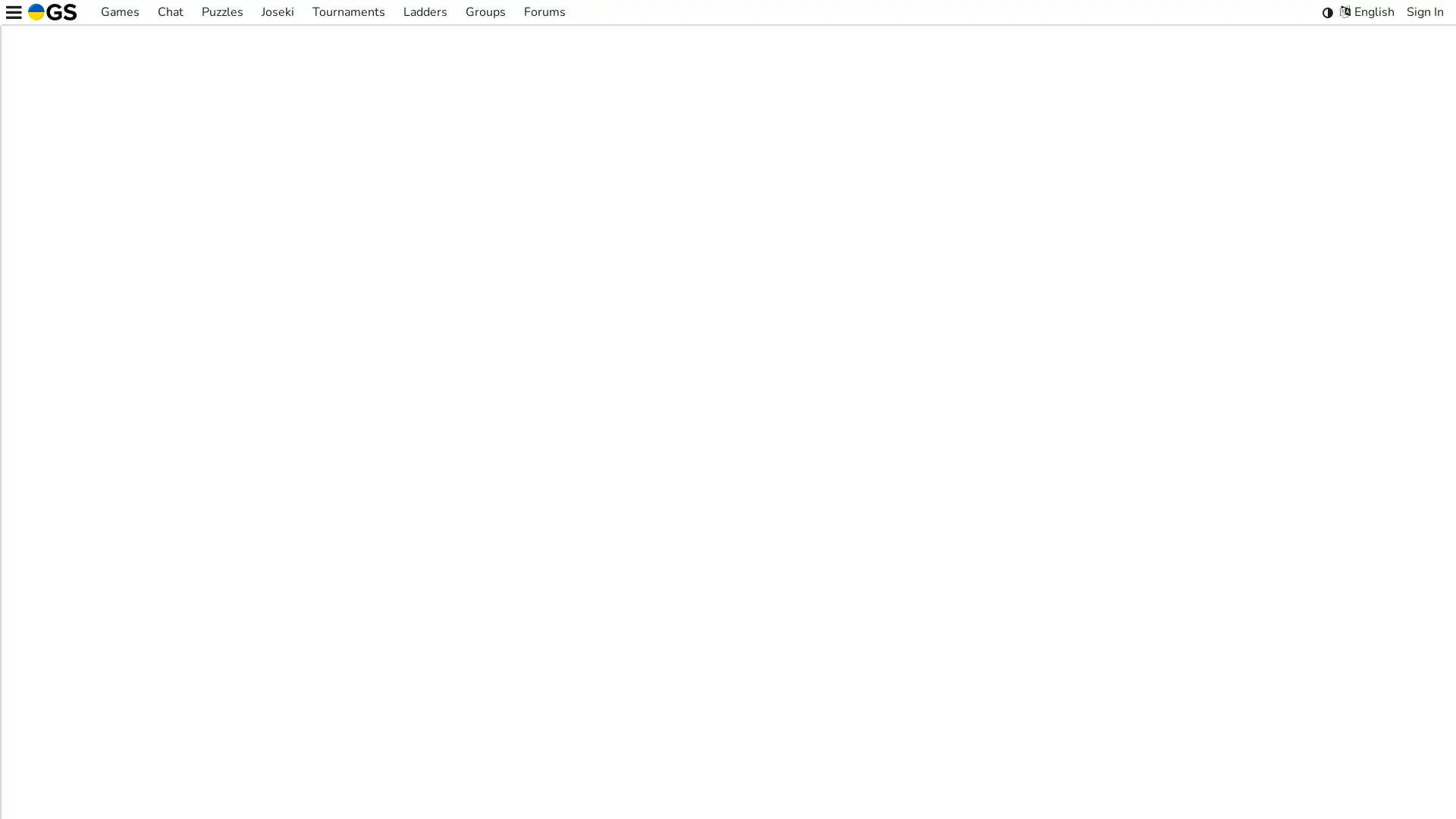 The width and height of the screenshot is (1456, 819). I want to click on 13x13, so click(679, 598).